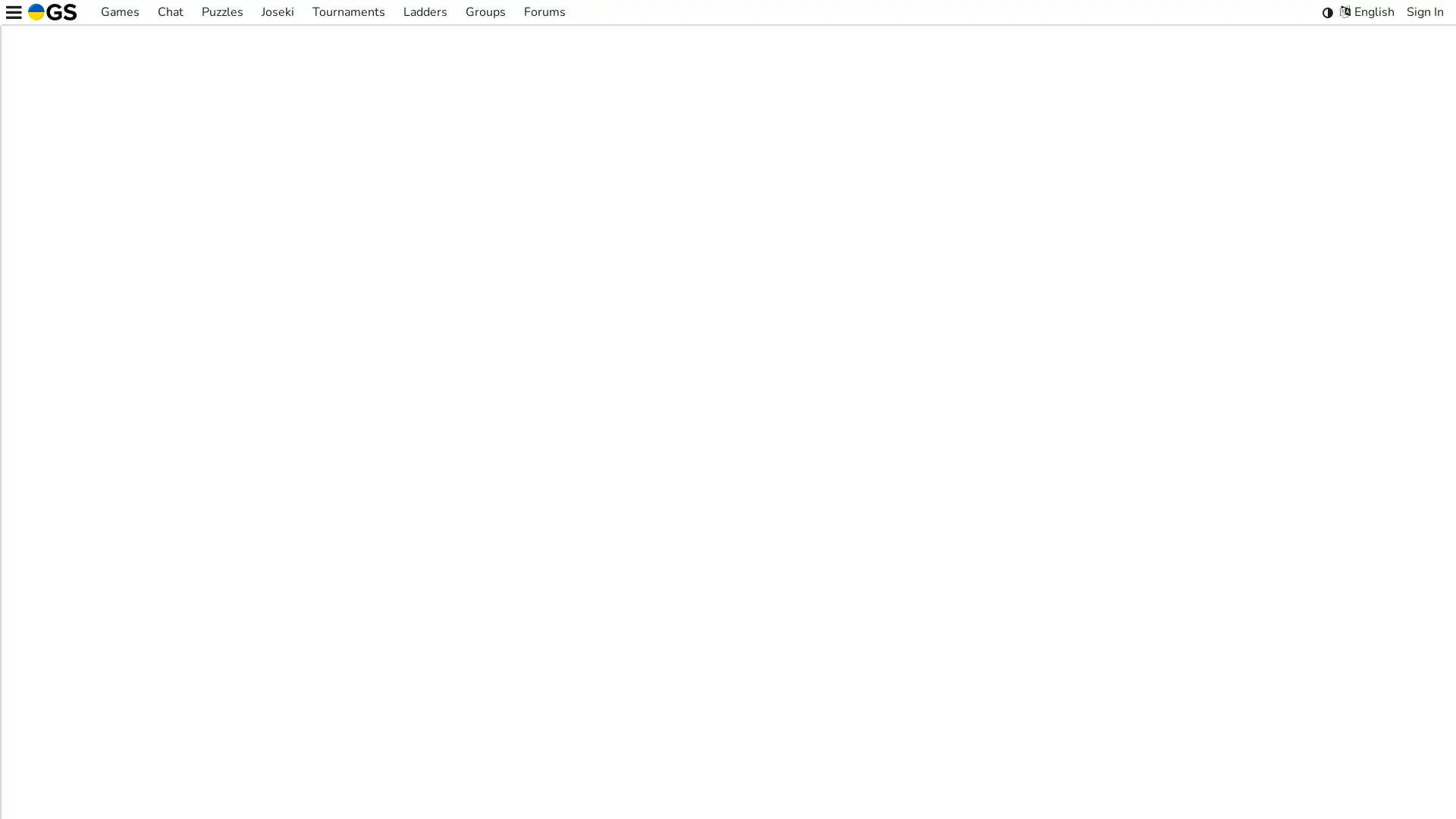 The width and height of the screenshot is (1456, 819). I want to click on 13x13, so click(679, 598).